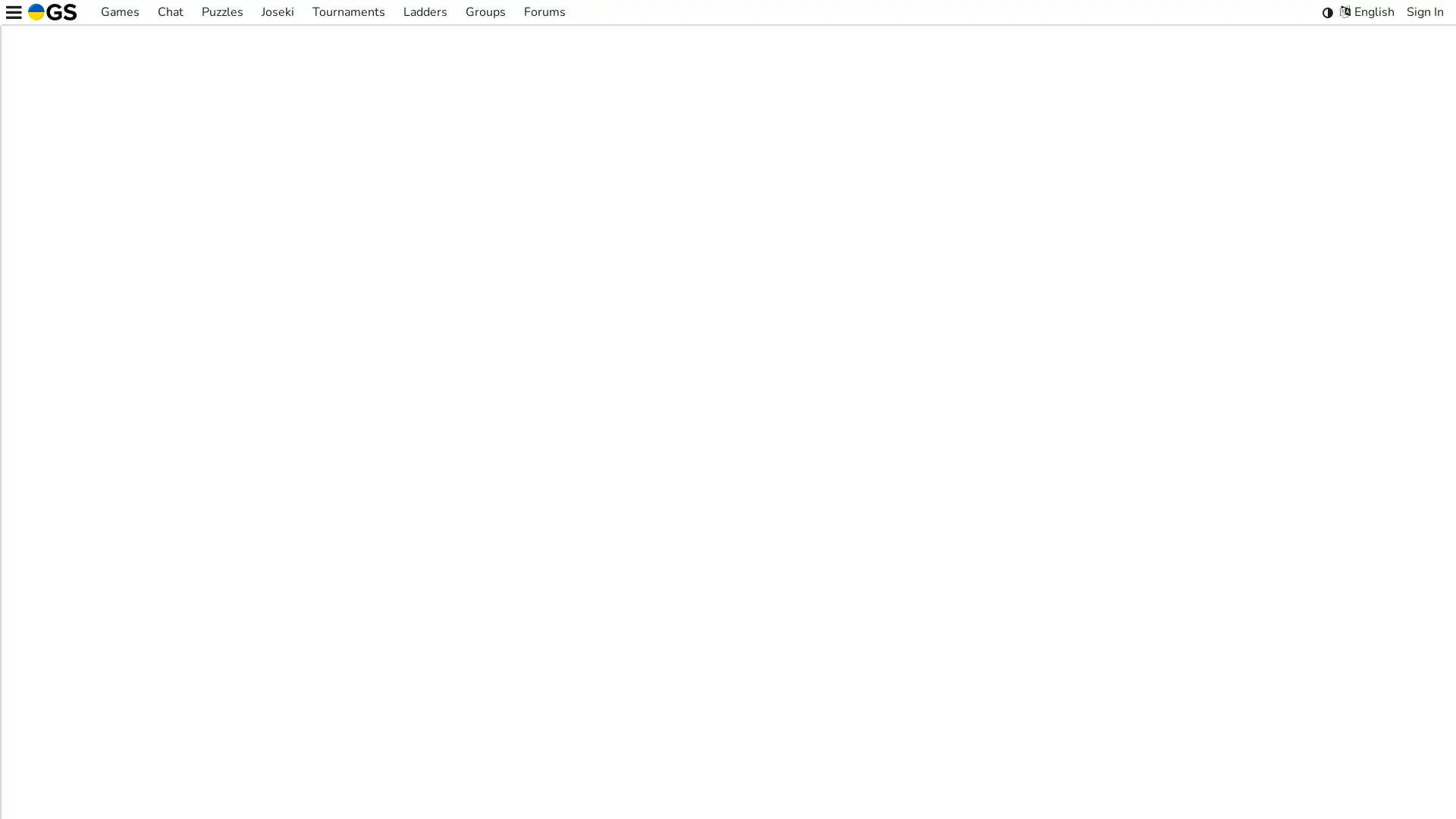 The width and height of the screenshot is (1456, 819). I want to click on 13x13, so click(679, 598).